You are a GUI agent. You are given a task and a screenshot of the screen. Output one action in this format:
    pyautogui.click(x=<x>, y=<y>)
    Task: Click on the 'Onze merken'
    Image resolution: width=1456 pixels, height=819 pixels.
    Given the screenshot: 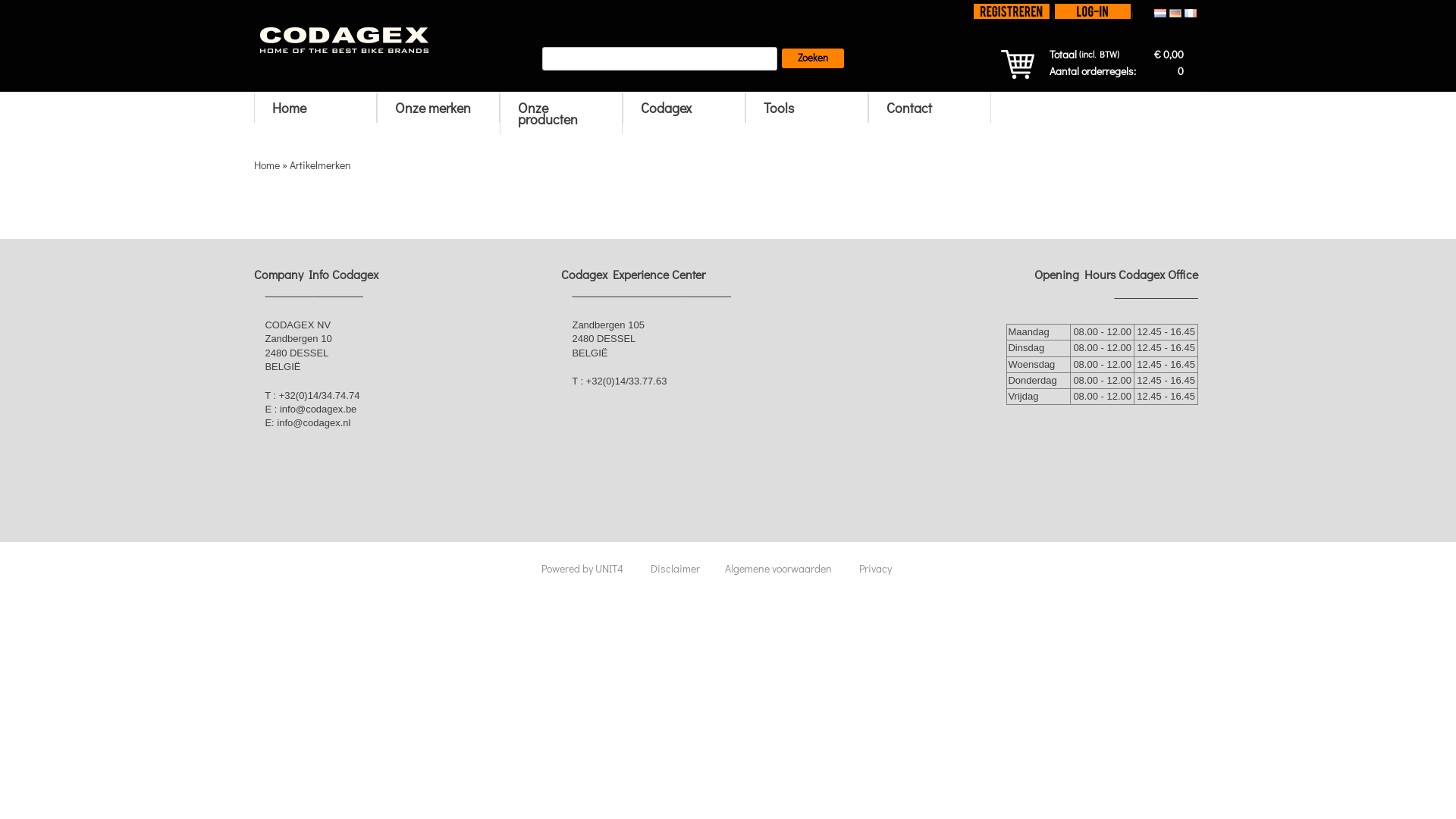 What is the action you would take?
    pyautogui.click(x=437, y=107)
    